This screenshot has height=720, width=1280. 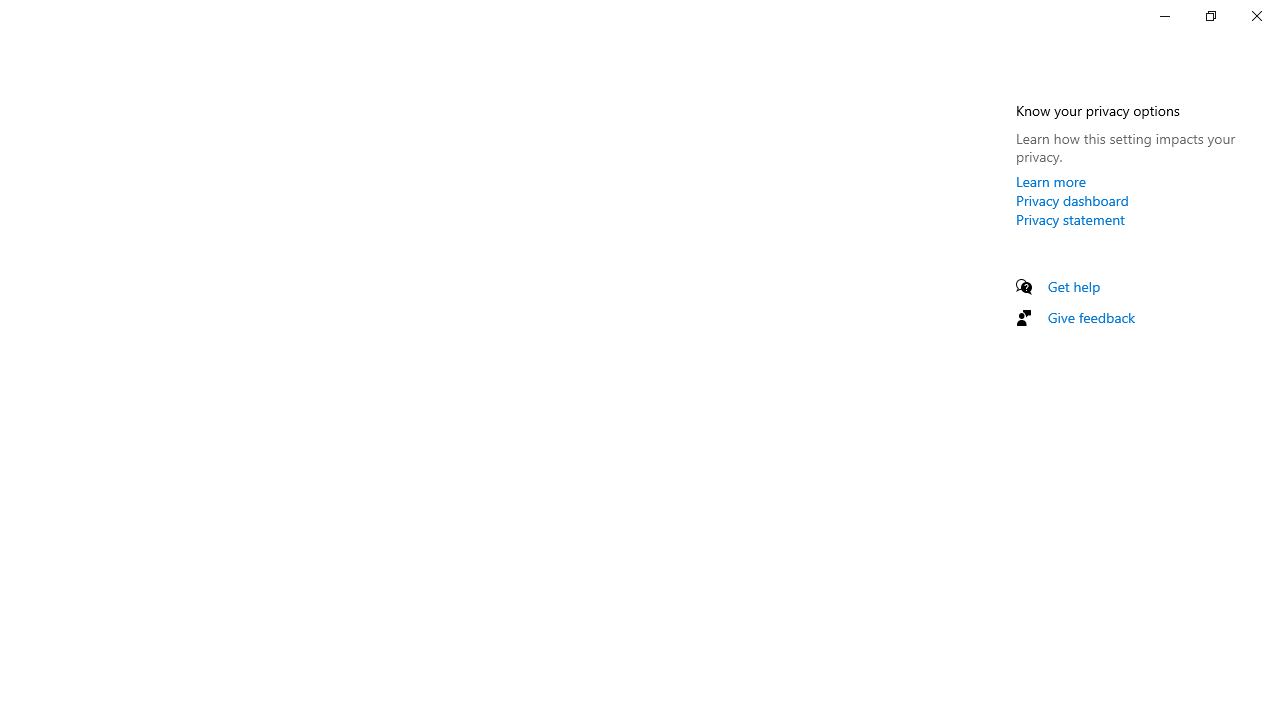 What do you see at coordinates (1255, 15) in the screenshot?
I see `'Close Settings'` at bounding box center [1255, 15].